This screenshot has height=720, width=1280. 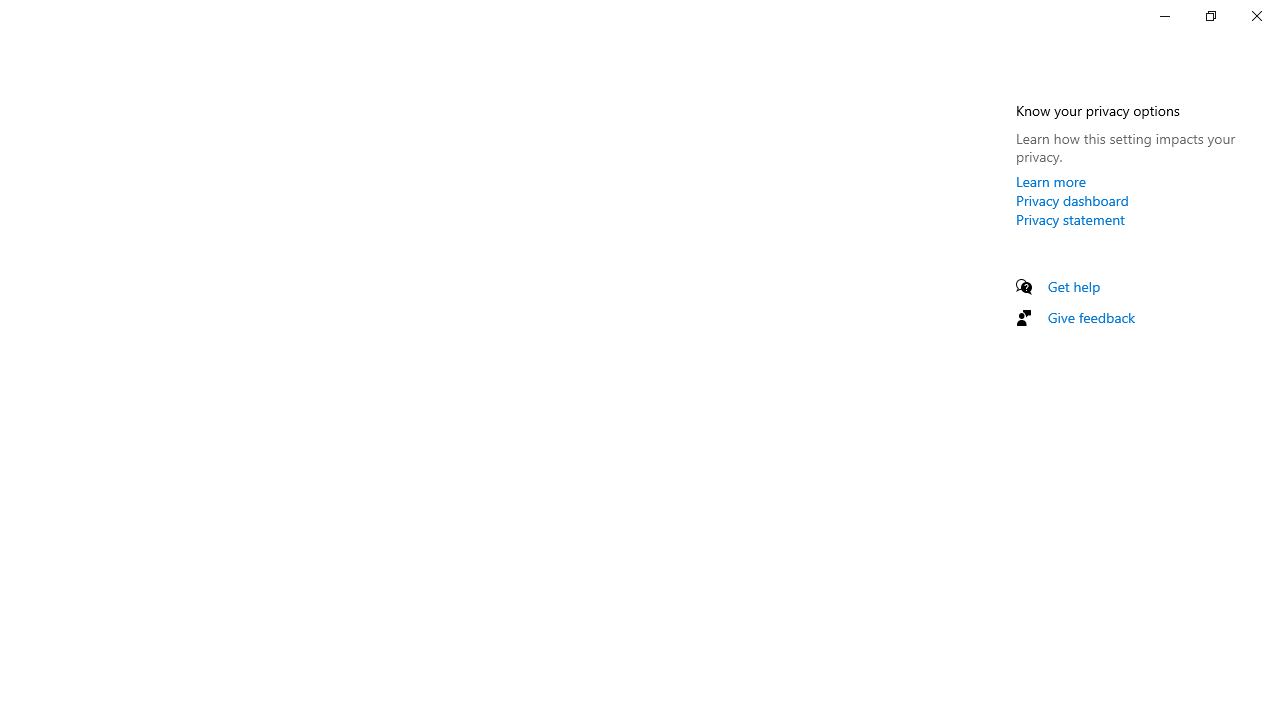 What do you see at coordinates (1255, 15) in the screenshot?
I see `'Close Settings'` at bounding box center [1255, 15].